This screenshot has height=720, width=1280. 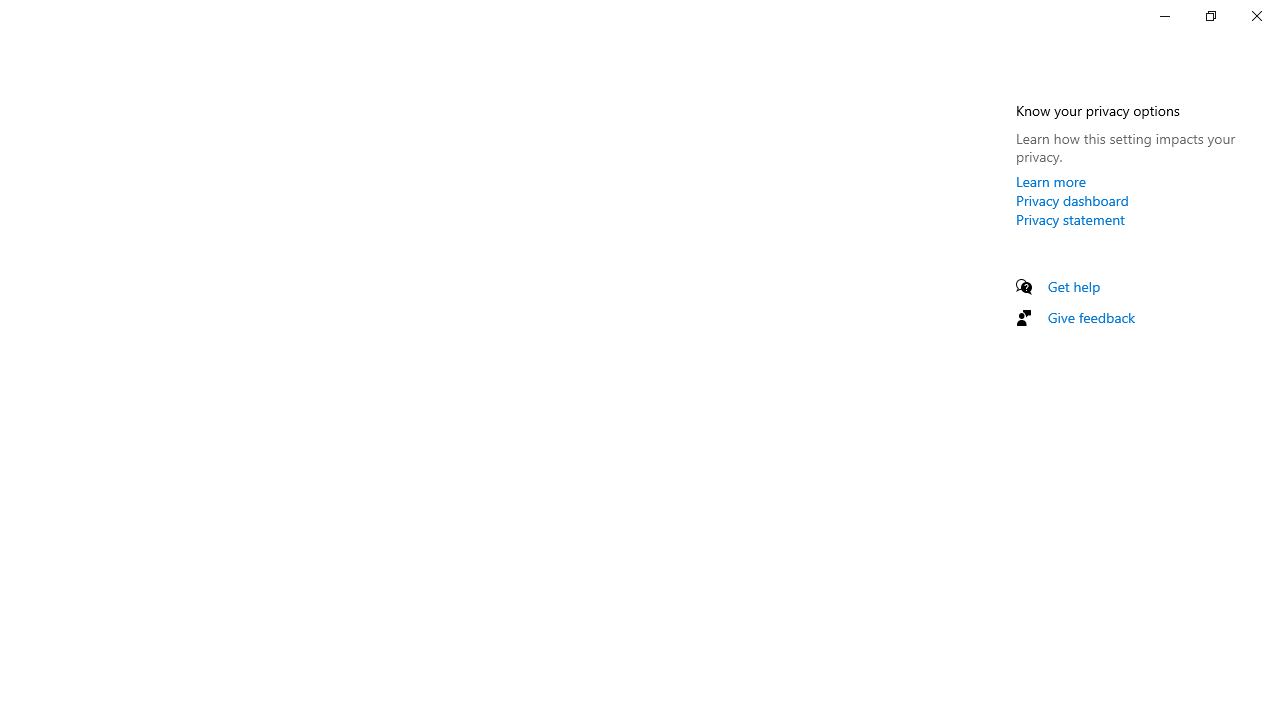 What do you see at coordinates (1255, 15) in the screenshot?
I see `'Close Settings'` at bounding box center [1255, 15].